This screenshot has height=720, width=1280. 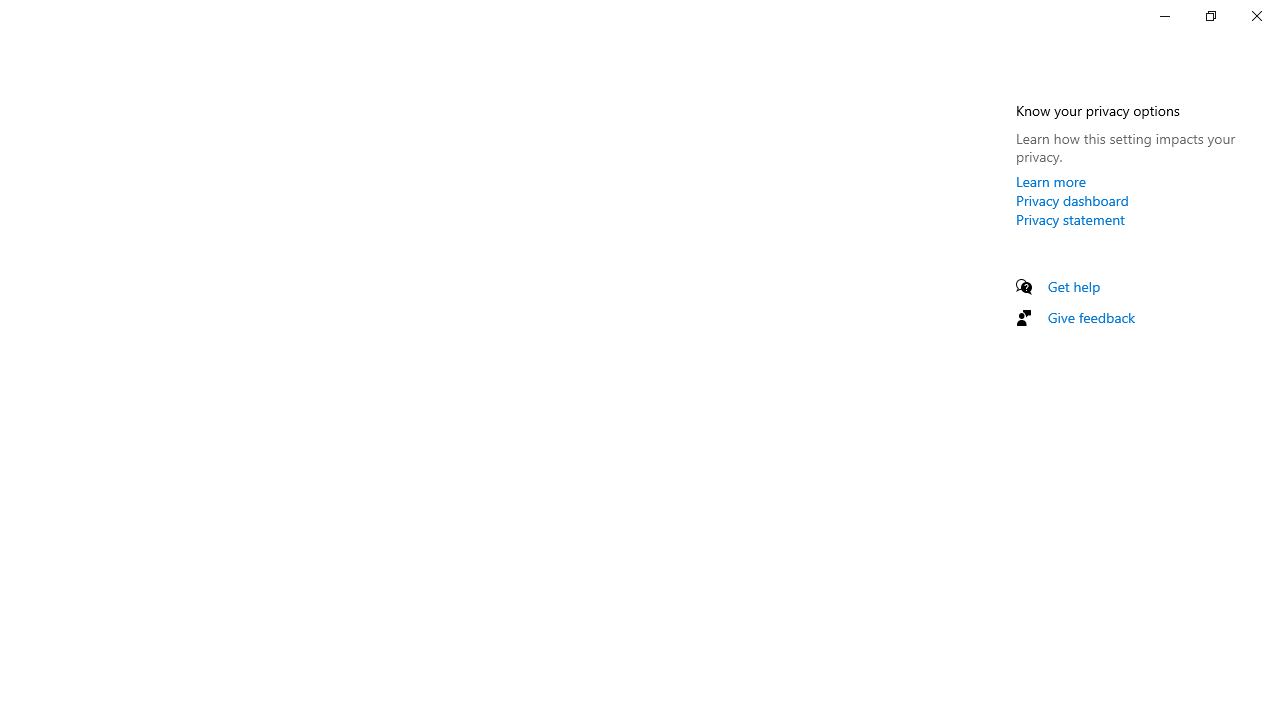 What do you see at coordinates (1255, 15) in the screenshot?
I see `'Close Settings'` at bounding box center [1255, 15].